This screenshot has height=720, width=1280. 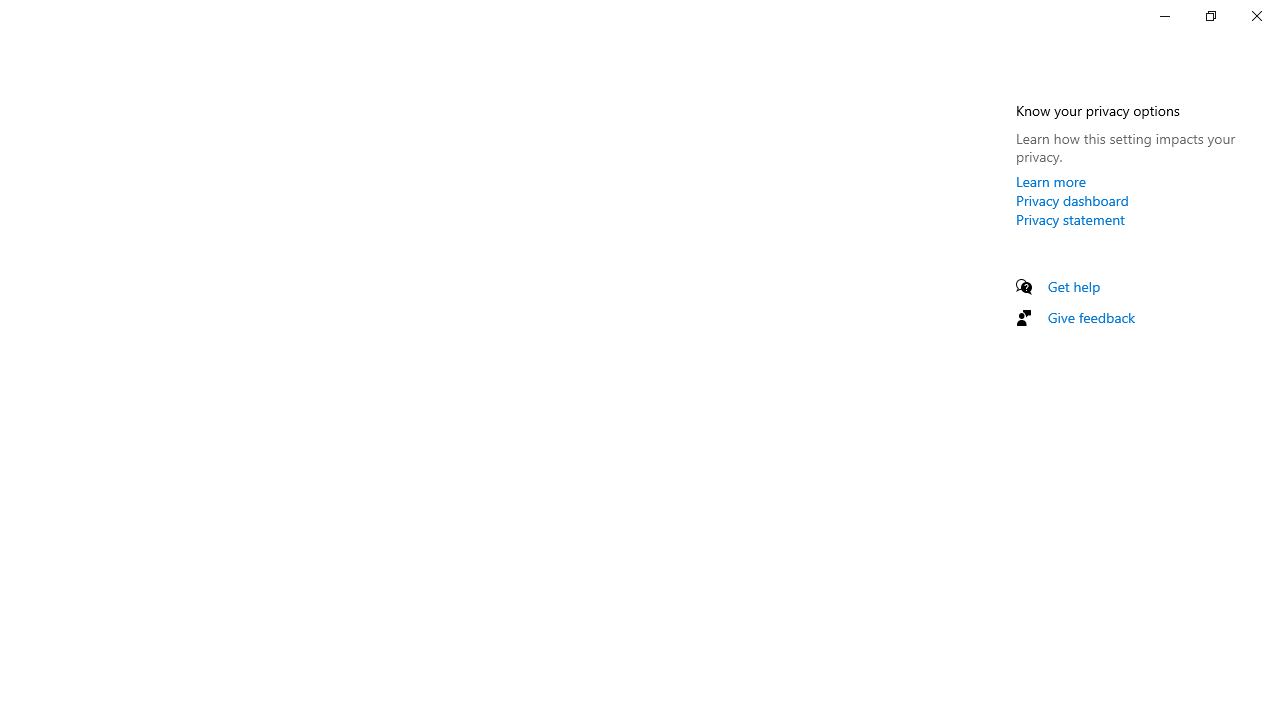 What do you see at coordinates (1255, 15) in the screenshot?
I see `'Close Settings'` at bounding box center [1255, 15].